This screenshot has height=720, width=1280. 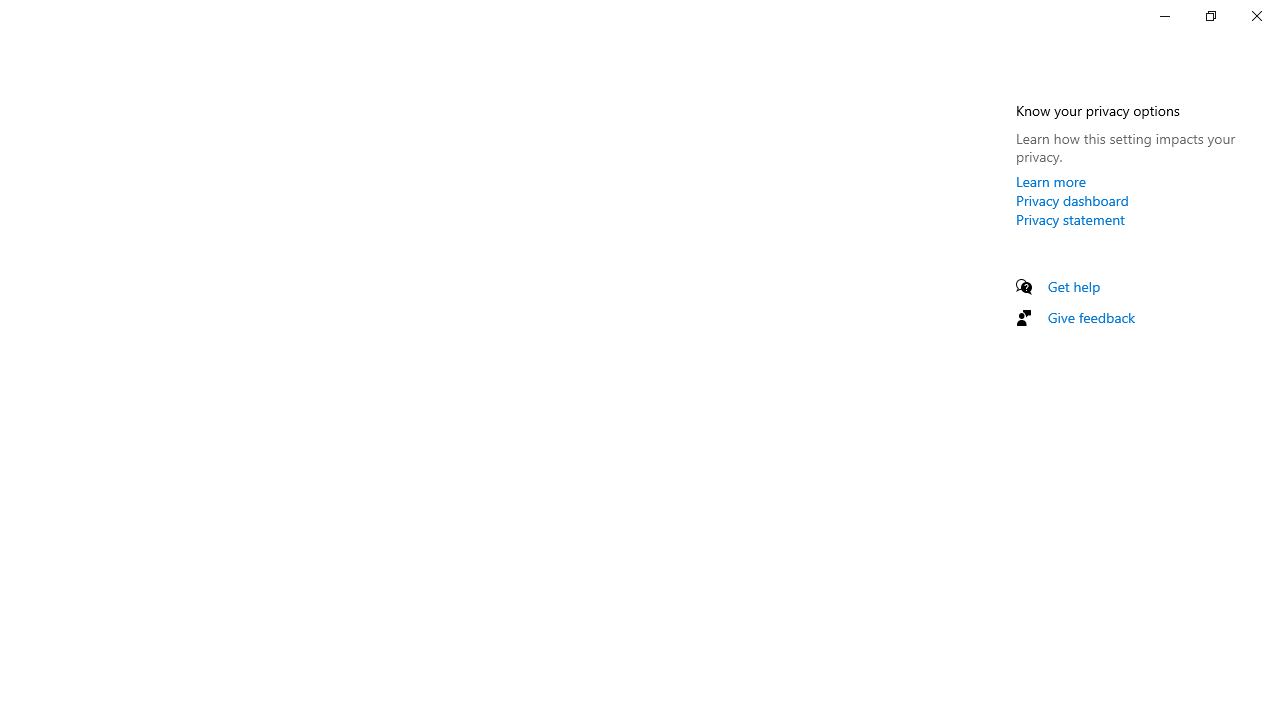 What do you see at coordinates (1255, 15) in the screenshot?
I see `'Close Settings'` at bounding box center [1255, 15].